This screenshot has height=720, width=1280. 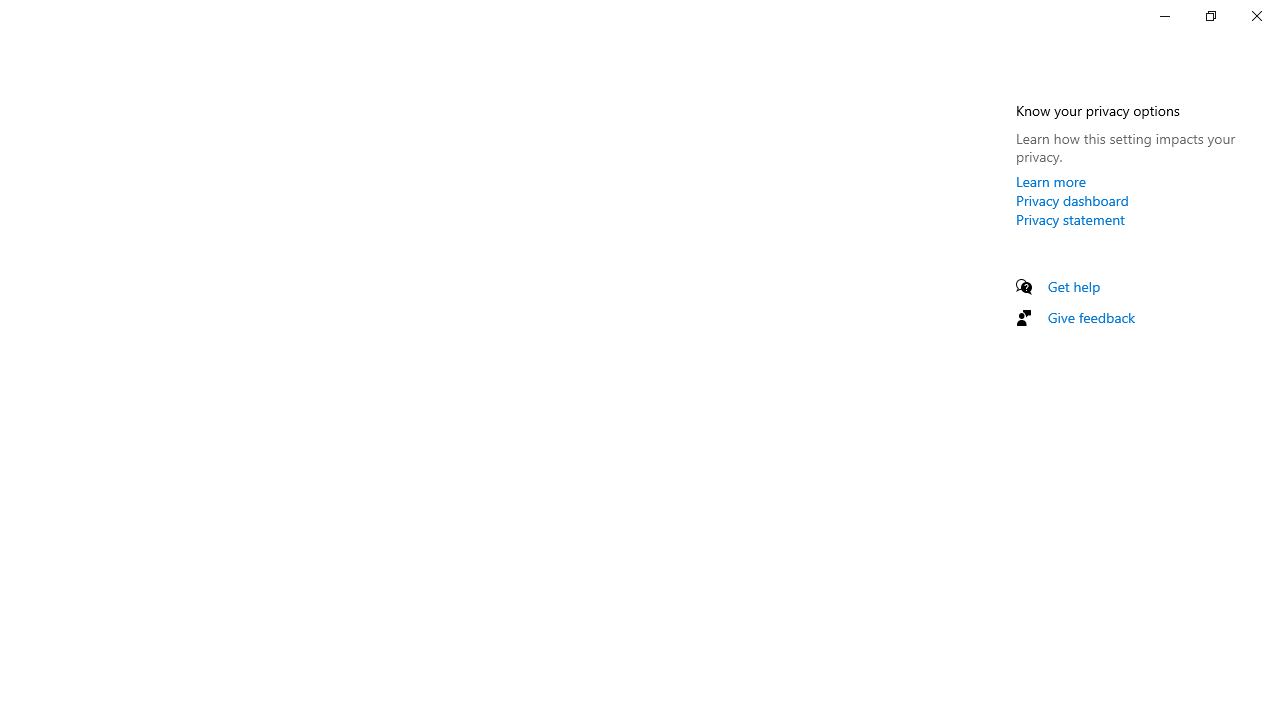 What do you see at coordinates (1255, 15) in the screenshot?
I see `'Close Settings'` at bounding box center [1255, 15].